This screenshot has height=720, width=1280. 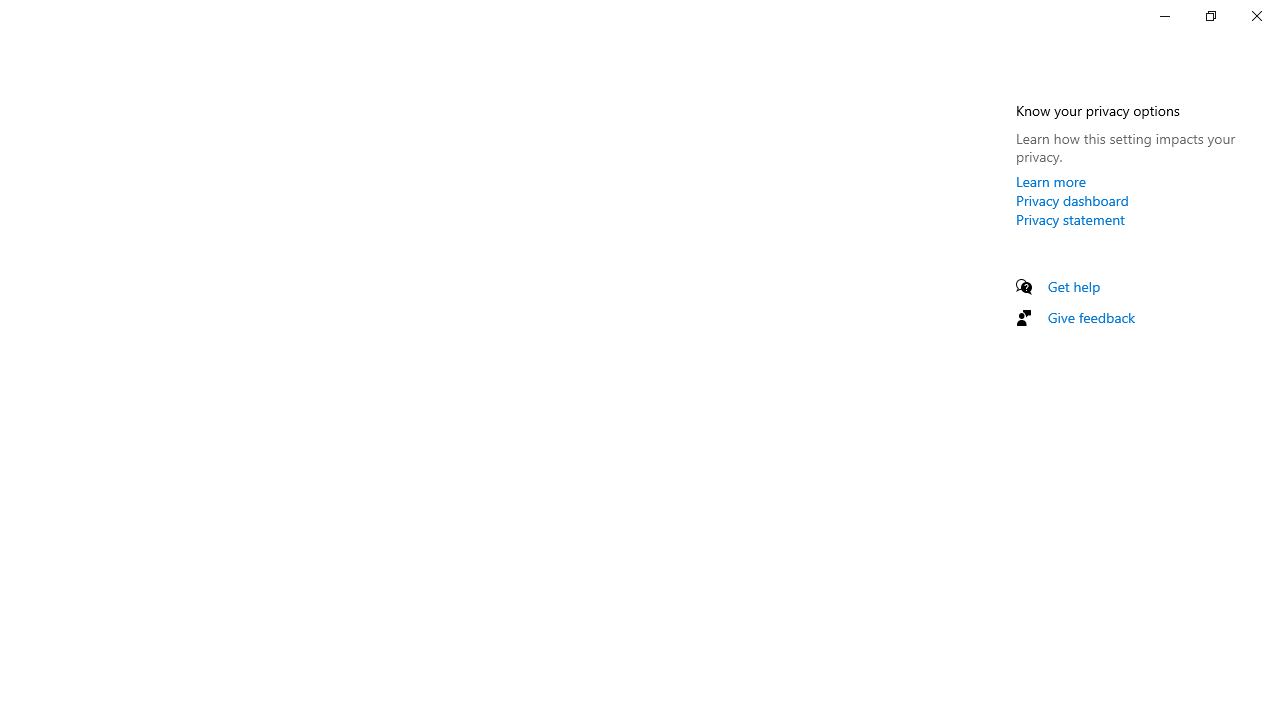 What do you see at coordinates (1255, 15) in the screenshot?
I see `'Close Settings'` at bounding box center [1255, 15].